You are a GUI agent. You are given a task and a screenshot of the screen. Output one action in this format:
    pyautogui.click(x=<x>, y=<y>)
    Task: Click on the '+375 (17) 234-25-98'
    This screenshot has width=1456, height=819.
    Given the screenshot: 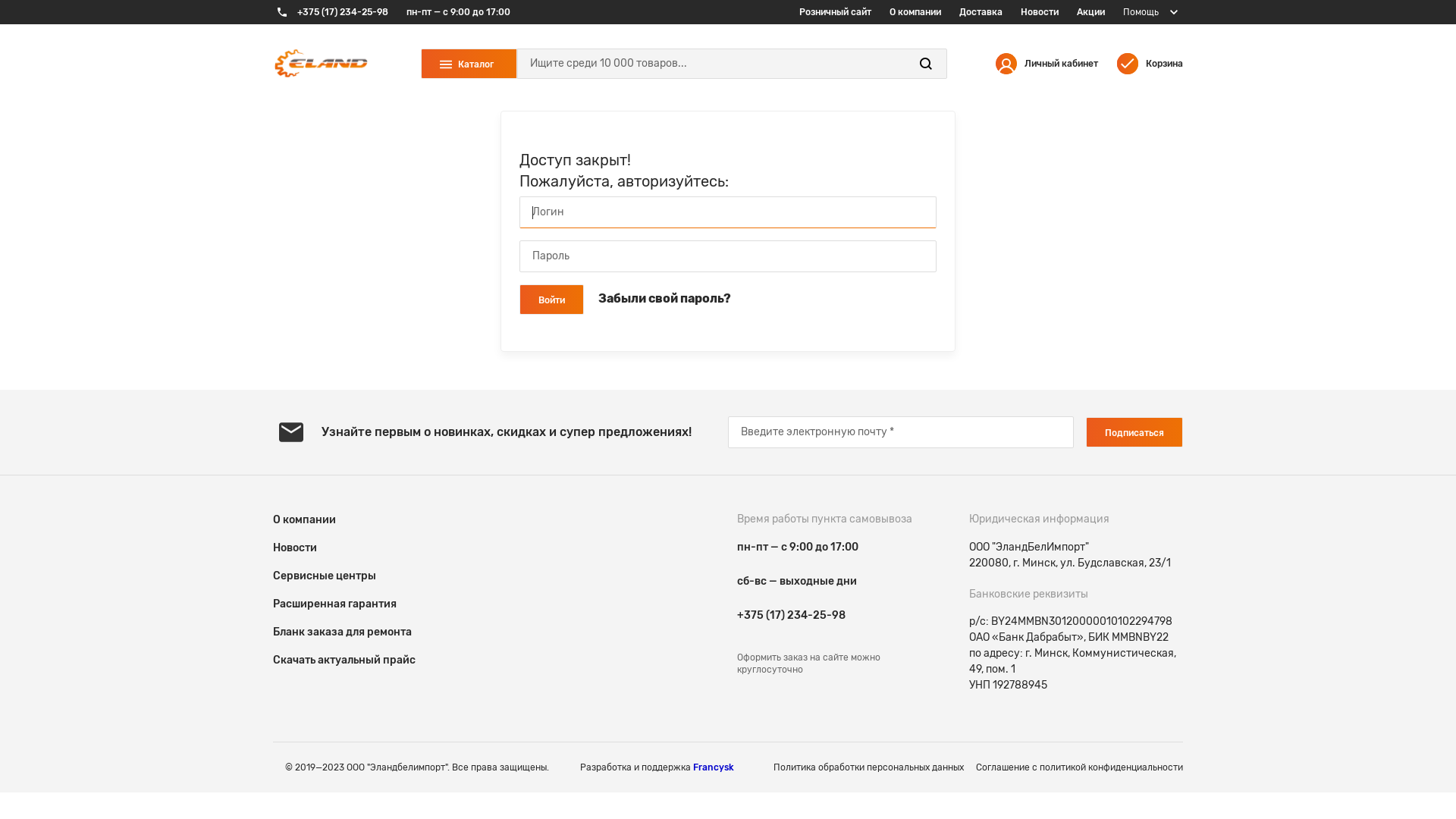 What is the action you would take?
    pyautogui.click(x=330, y=11)
    